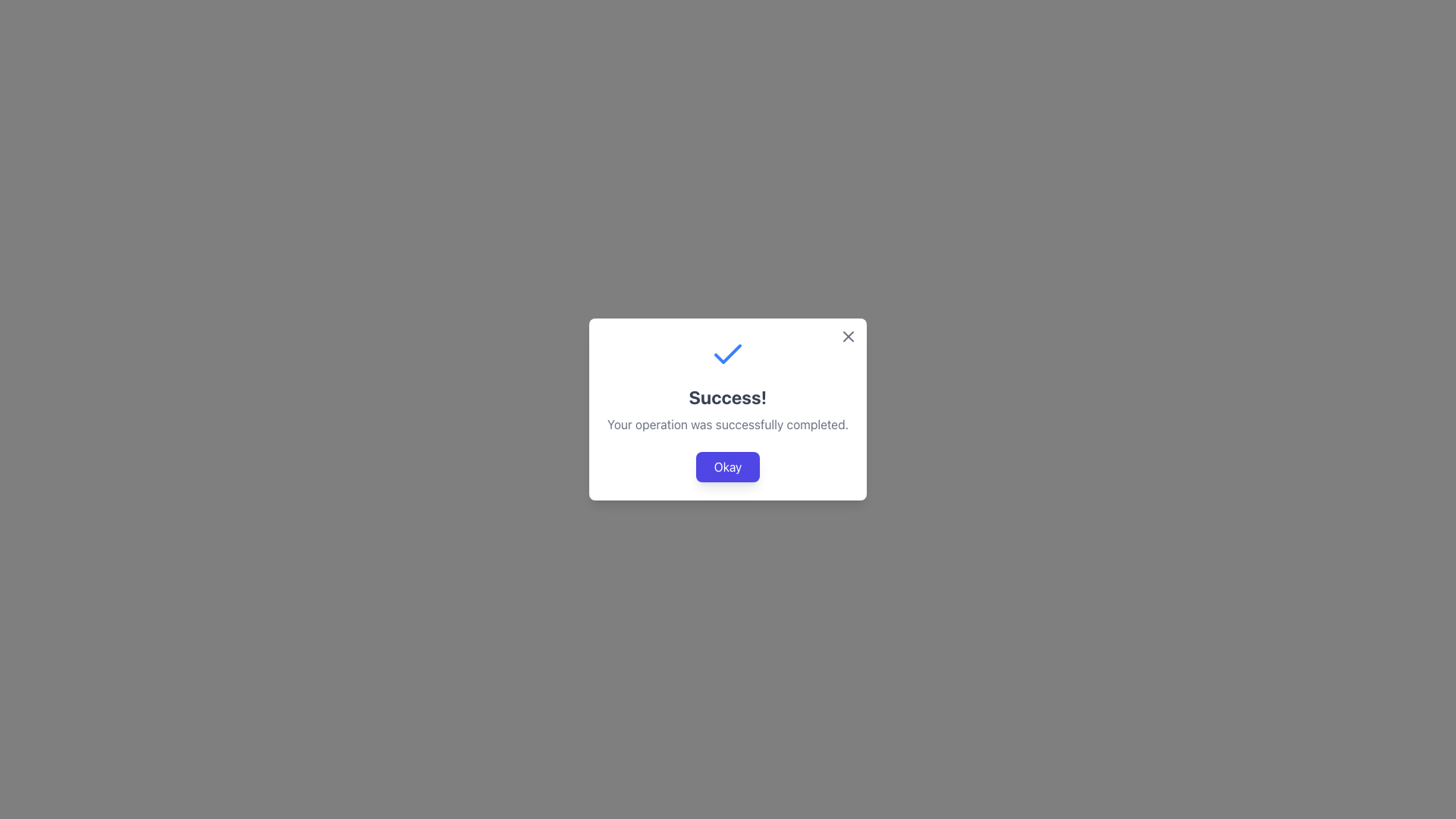 The width and height of the screenshot is (1456, 819). I want to click on the small gray 'X' icon button located at the top-right corner of the white popup card to change its color, so click(847, 335).